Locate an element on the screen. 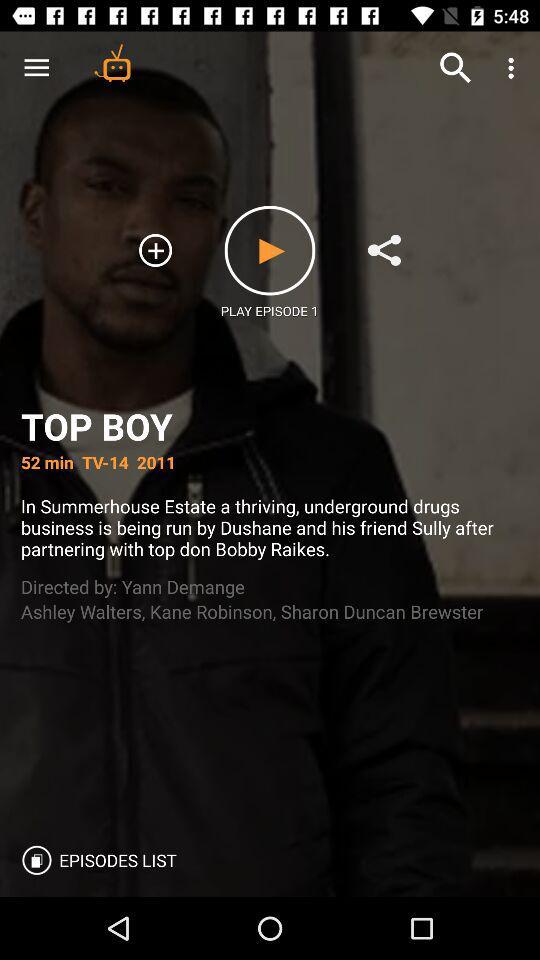 The width and height of the screenshot is (540, 960). share the movie is located at coordinates (384, 249).